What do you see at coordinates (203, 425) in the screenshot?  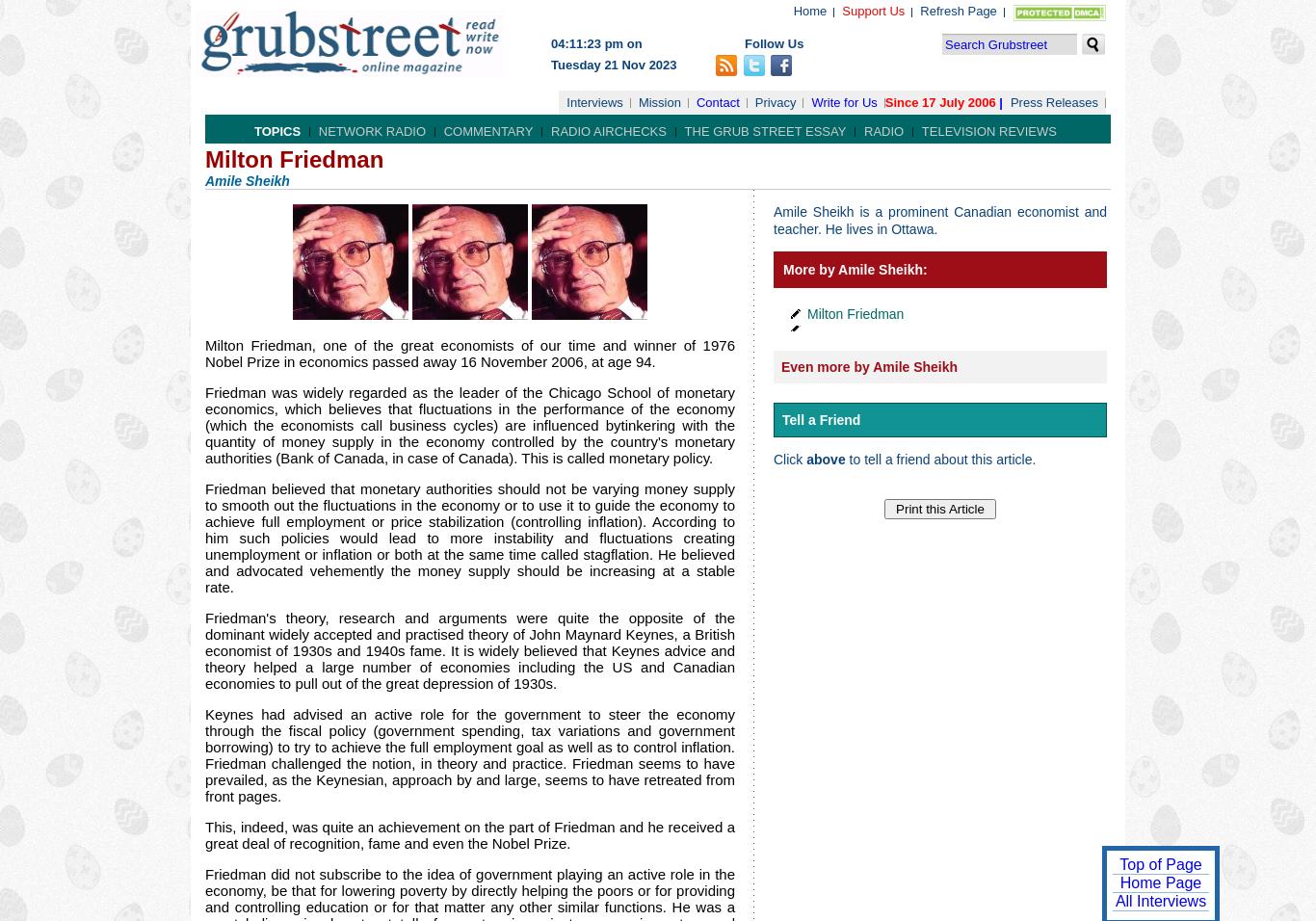 I see `'Friedman was widely regarded as the leader of the  Chicago School of monetary economics, which  believes that fluctuations in the performance of  the economy (which the economists call business  cycles) are influenced bytinkering with the  quantity of money supply in the economy controlled  by the country's monetary authorities (Bank of  Canada, in case of Canada). This is called monetary  policy.'` at bounding box center [203, 425].